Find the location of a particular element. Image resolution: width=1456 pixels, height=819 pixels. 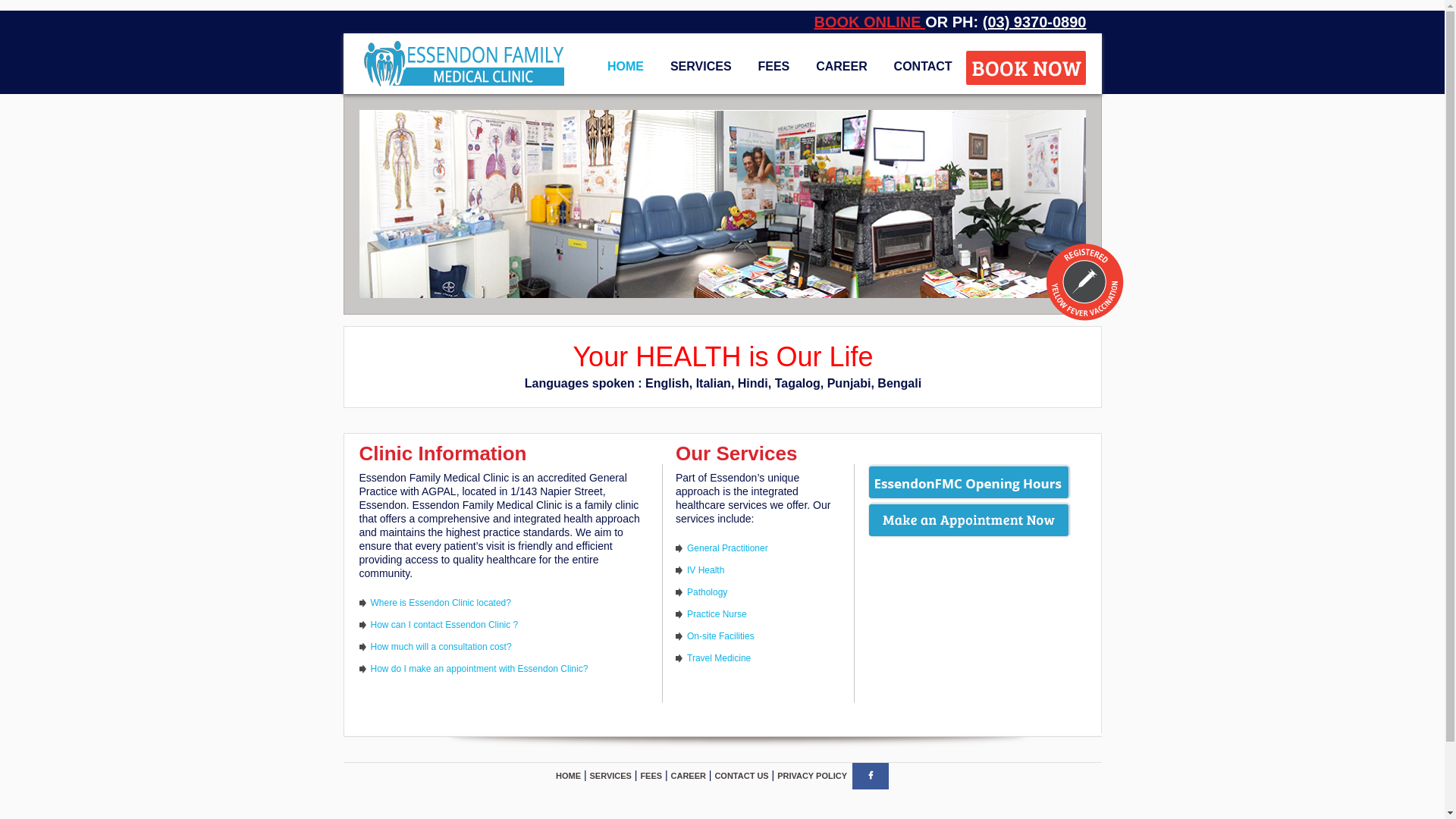

'PRIVACY POLICY' is located at coordinates (811, 775).